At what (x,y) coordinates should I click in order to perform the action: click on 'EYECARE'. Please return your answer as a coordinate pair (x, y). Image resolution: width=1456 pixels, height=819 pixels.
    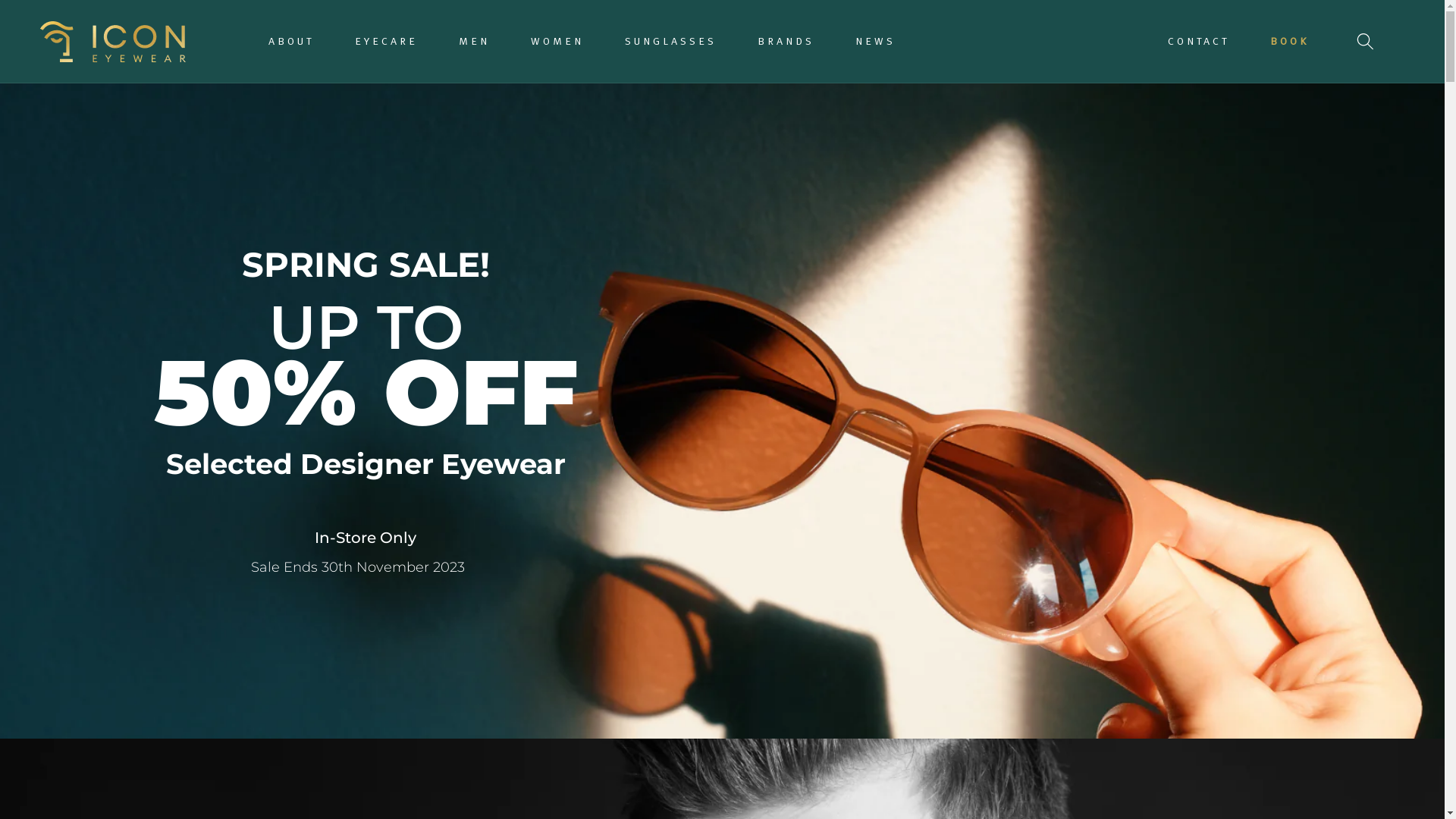
    Looking at the image, I should click on (345, 40).